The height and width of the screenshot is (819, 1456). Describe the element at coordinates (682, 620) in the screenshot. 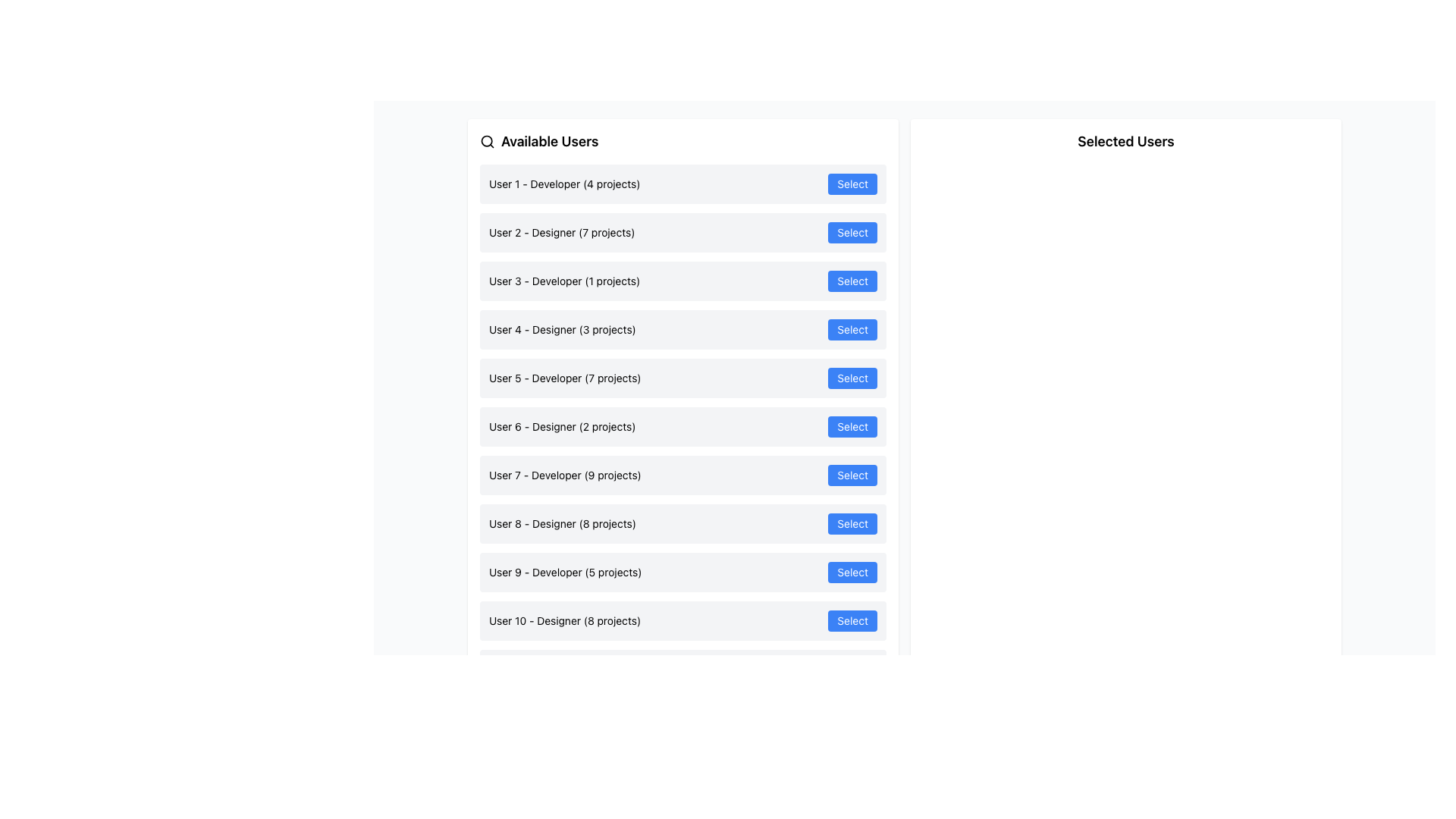

I see `the 'Select' button on the 10th list item representing a user in the 'Available Users' section to choose this user for further actions` at that location.